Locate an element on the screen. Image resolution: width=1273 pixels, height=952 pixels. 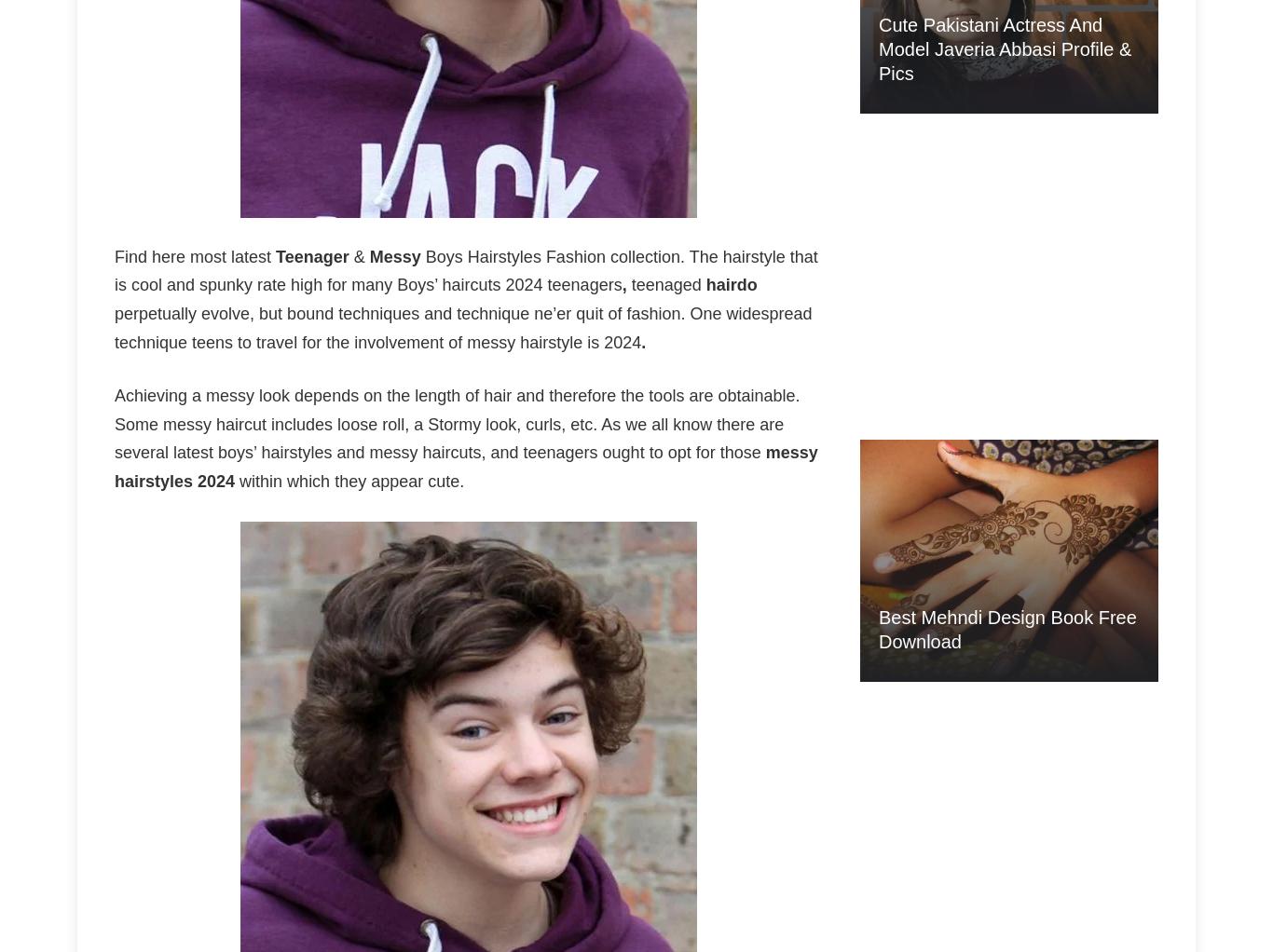
'teenaged' is located at coordinates (665, 283).